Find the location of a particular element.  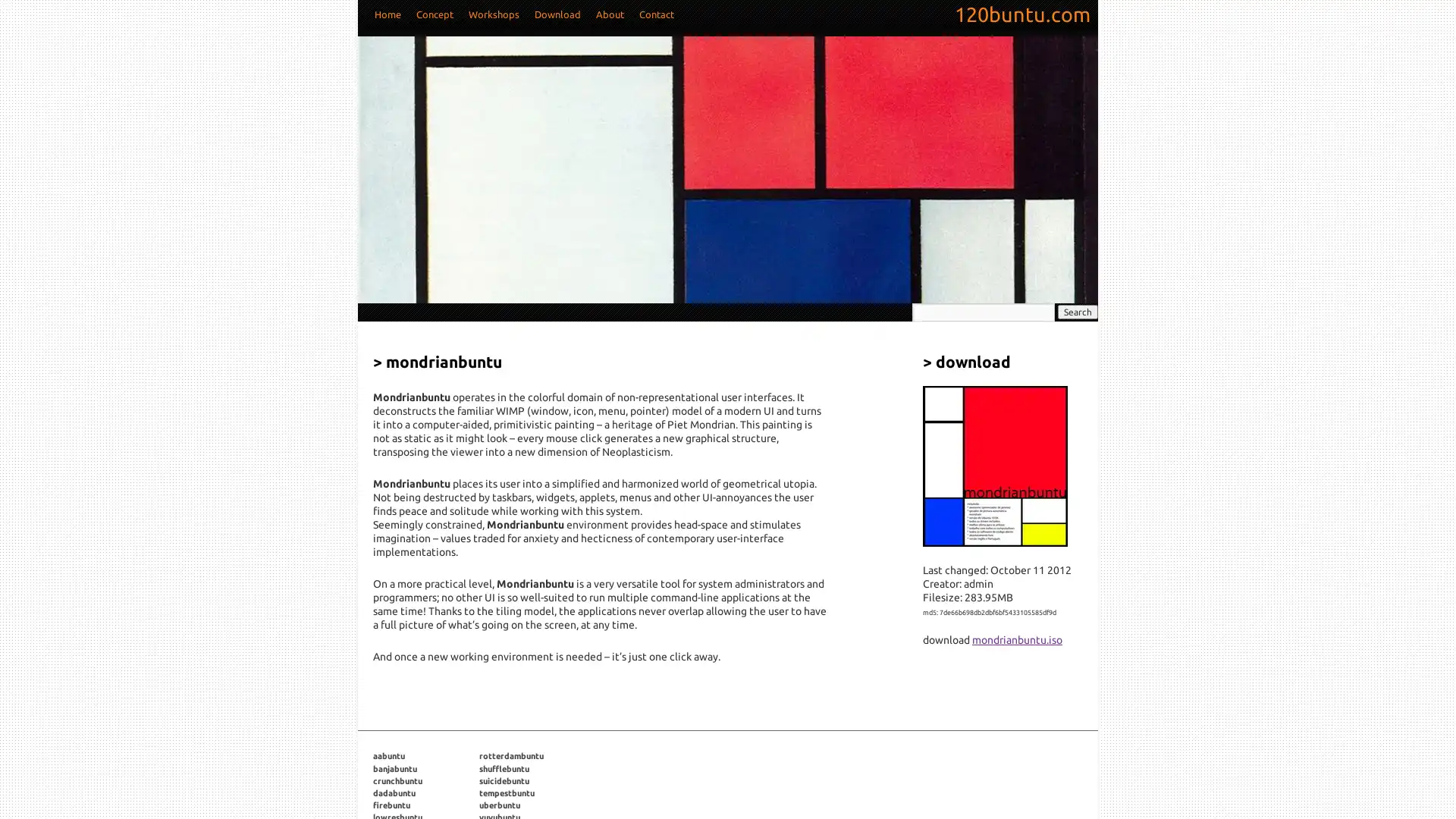

Search is located at coordinates (1077, 311).